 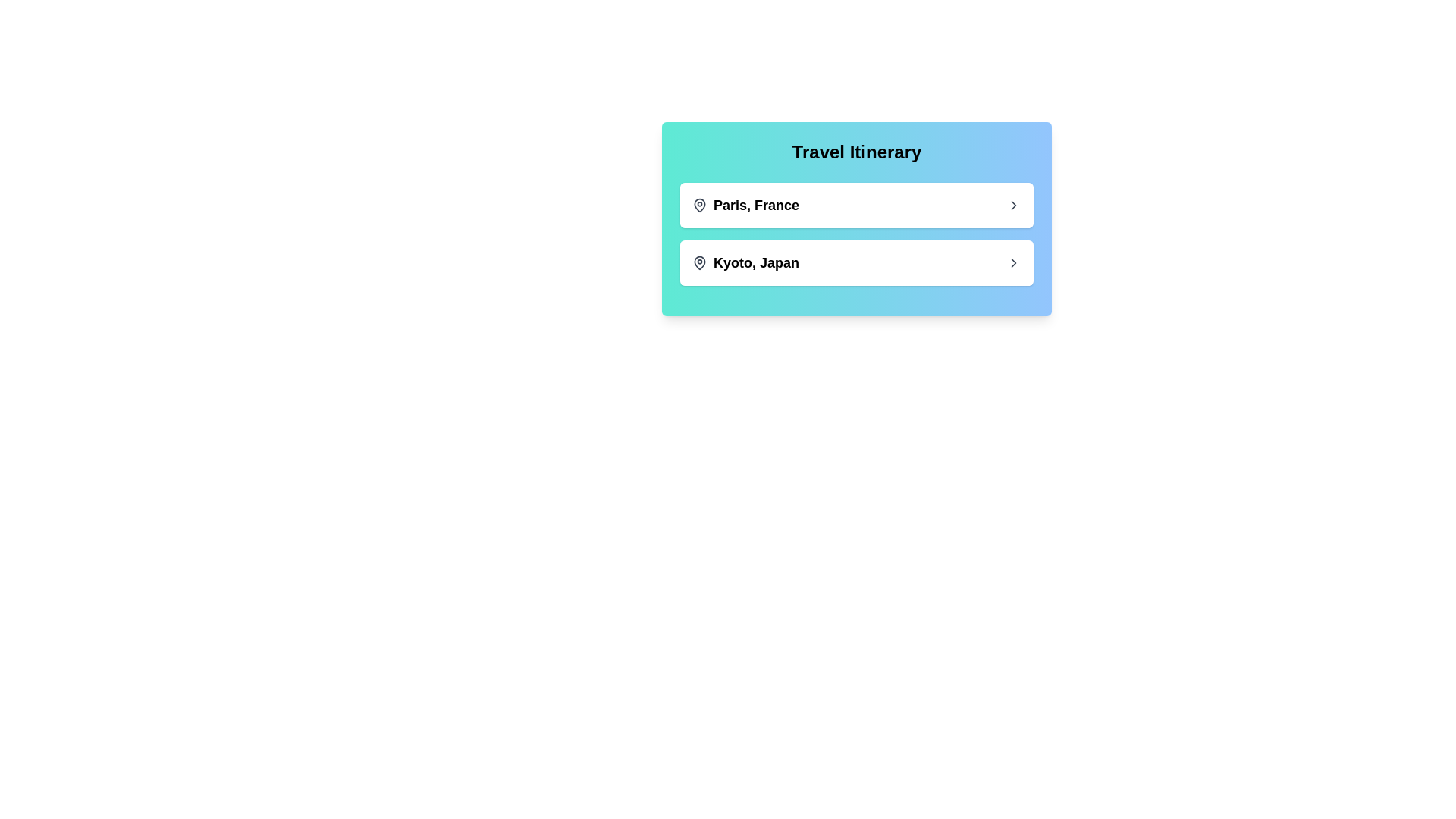 What do you see at coordinates (698, 205) in the screenshot?
I see `the map pin icon located to the left of the text 'Paris, France' in the first item of the 'Travel Itinerary' list` at bounding box center [698, 205].